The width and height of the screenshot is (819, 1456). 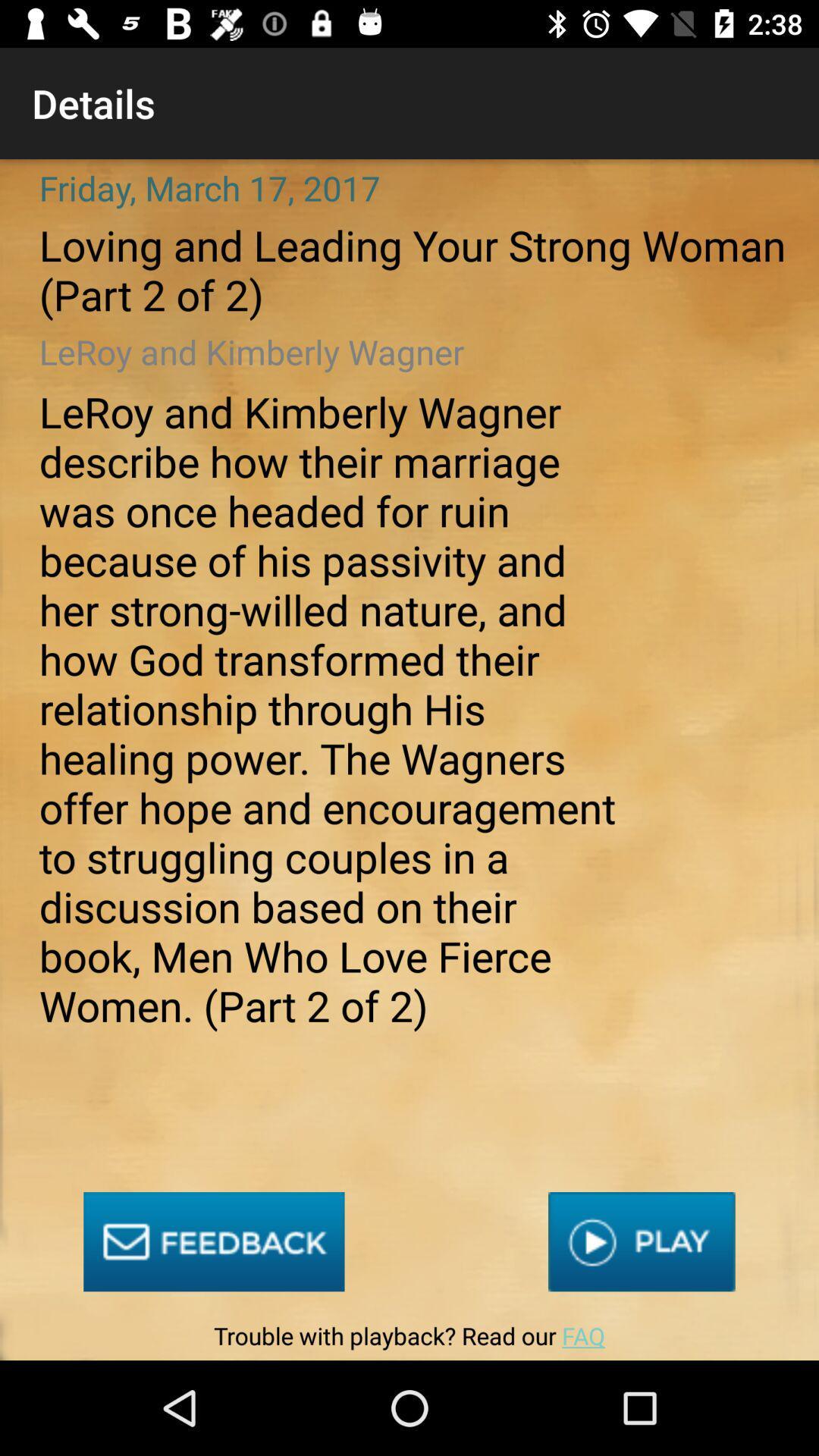 What do you see at coordinates (214, 1241) in the screenshot?
I see `the icon above trouble with playback icon` at bounding box center [214, 1241].